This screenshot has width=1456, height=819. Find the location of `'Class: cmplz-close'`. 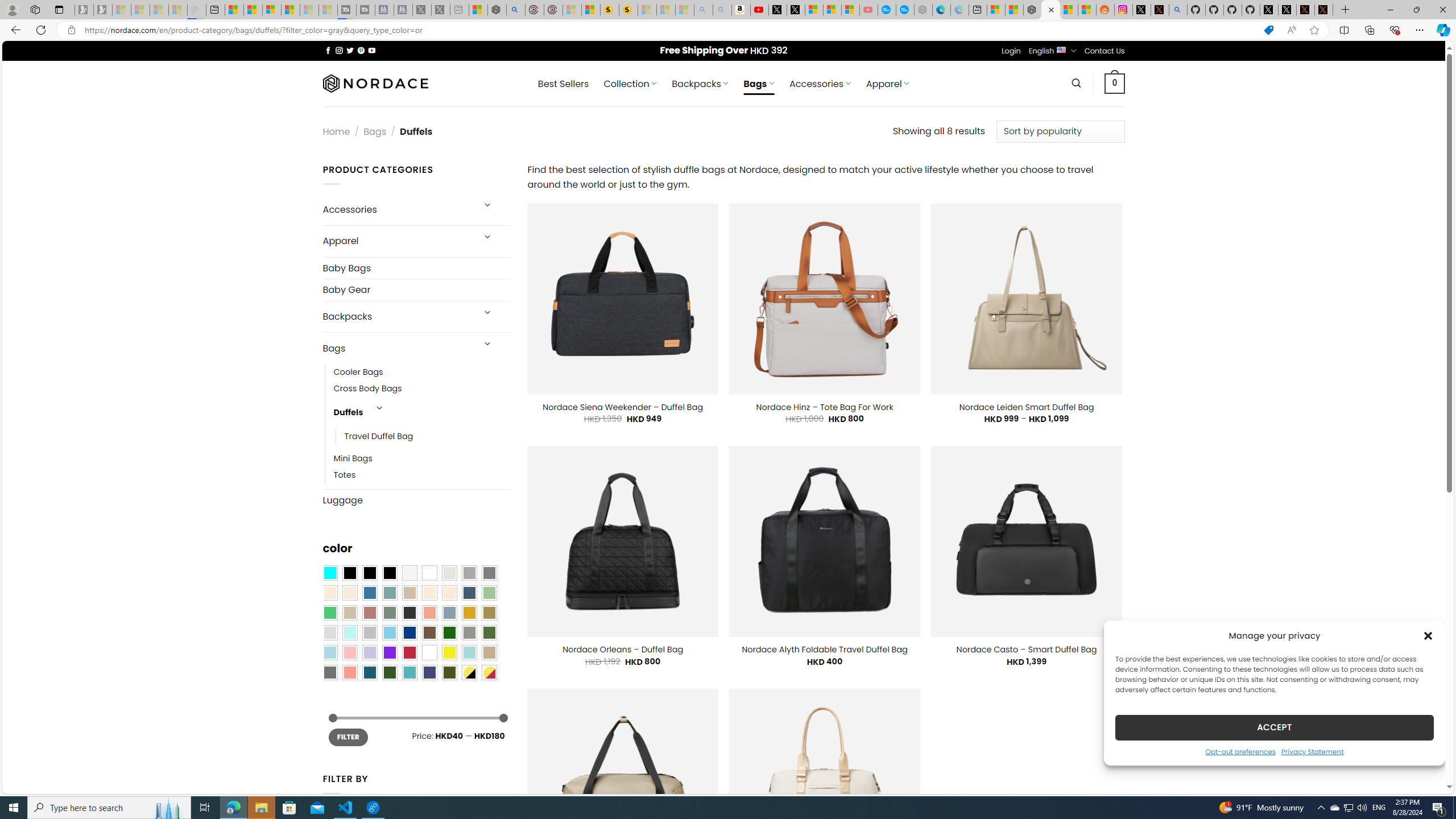

'Class: cmplz-close' is located at coordinates (1428, 635).